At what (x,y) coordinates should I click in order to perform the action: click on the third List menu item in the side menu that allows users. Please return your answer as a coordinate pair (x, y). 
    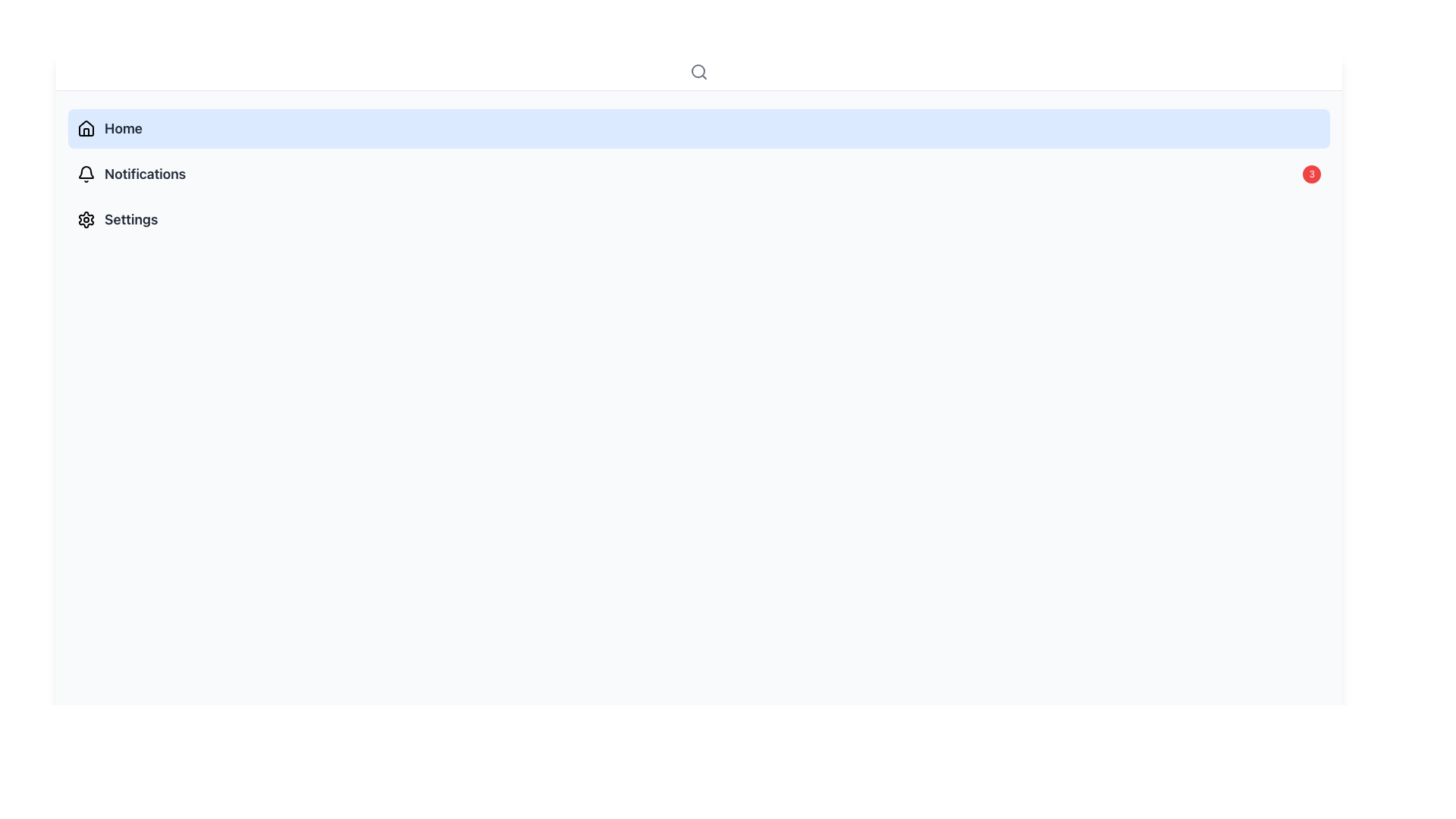
    Looking at the image, I should click on (117, 219).